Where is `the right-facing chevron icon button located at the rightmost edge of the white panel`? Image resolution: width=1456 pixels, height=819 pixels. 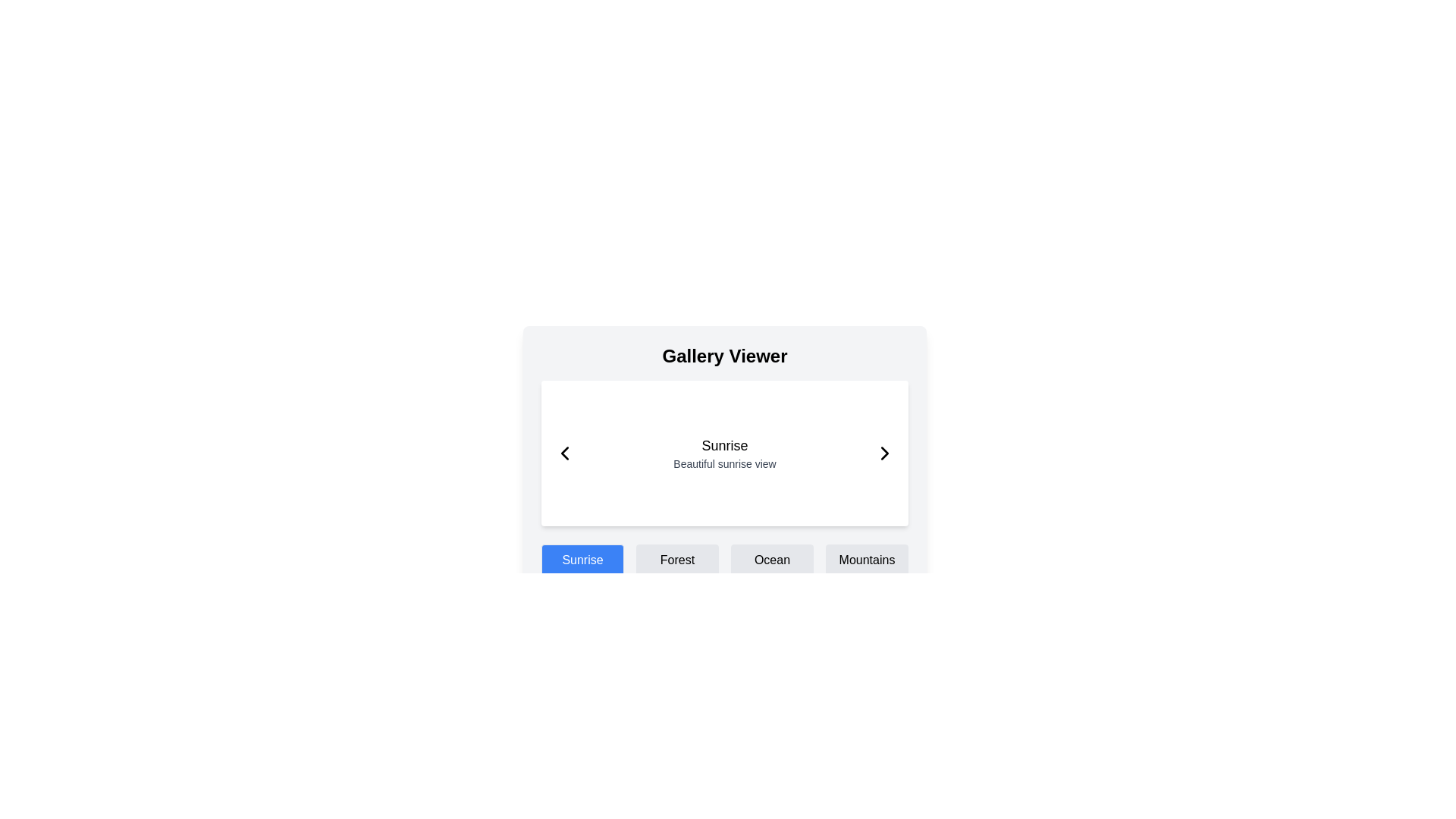
the right-facing chevron icon button located at the rightmost edge of the white panel is located at coordinates (884, 452).